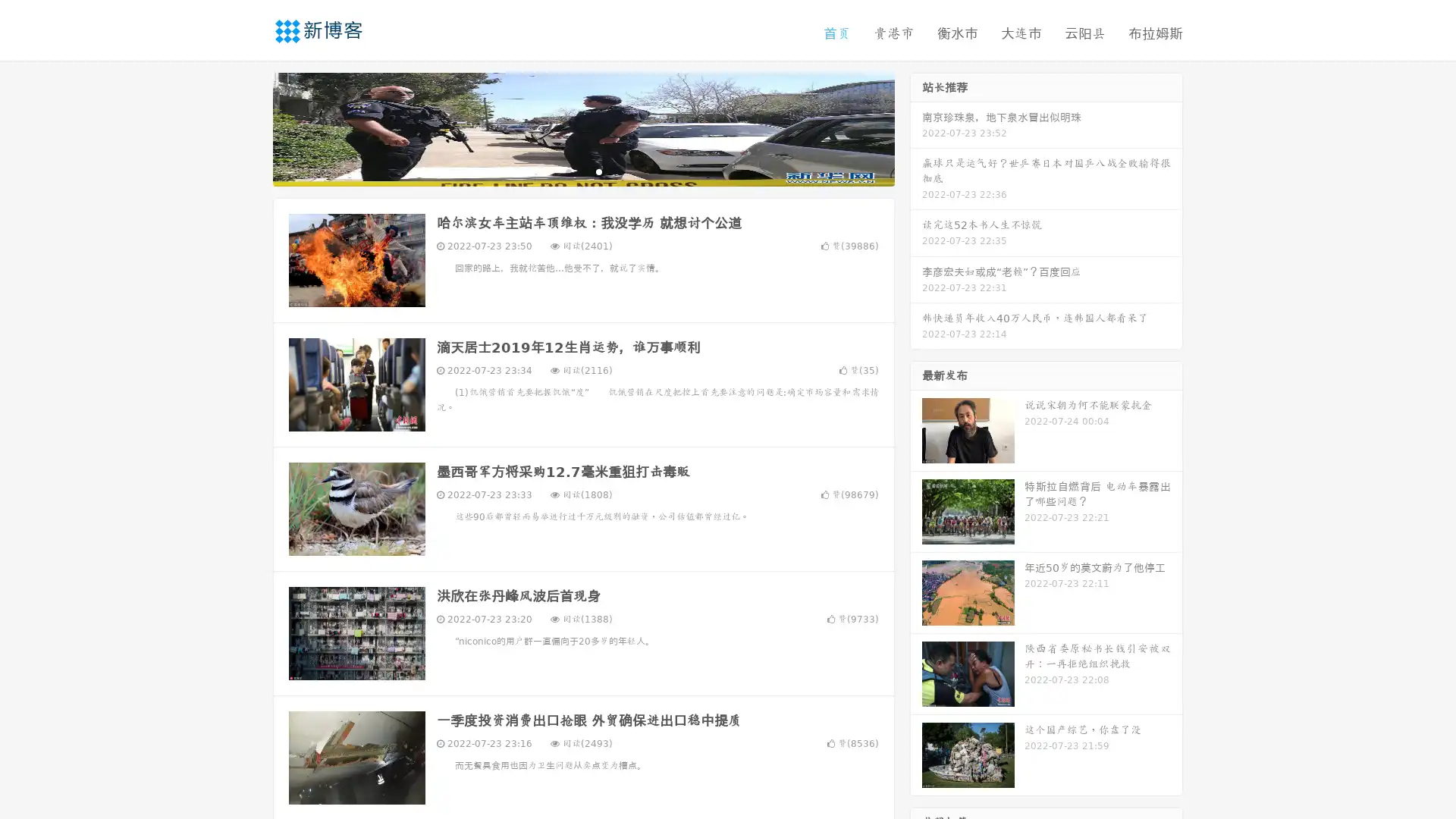 This screenshot has height=819, width=1456. What do you see at coordinates (567, 171) in the screenshot?
I see `Go to slide 1` at bounding box center [567, 171].